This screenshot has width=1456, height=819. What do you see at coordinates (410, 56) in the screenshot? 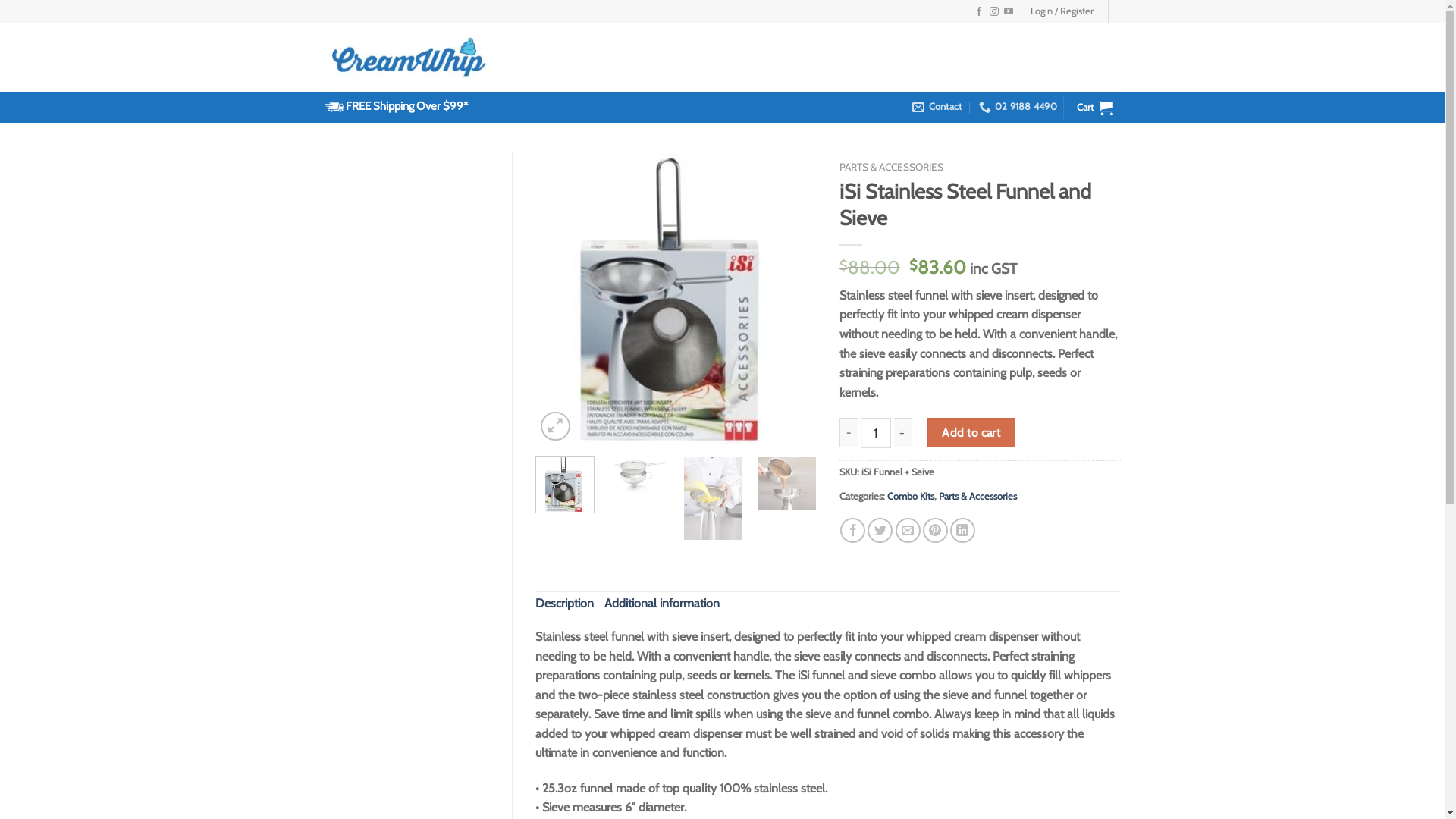
I see `'CreamWhip'` at bounding box center [410, 56].